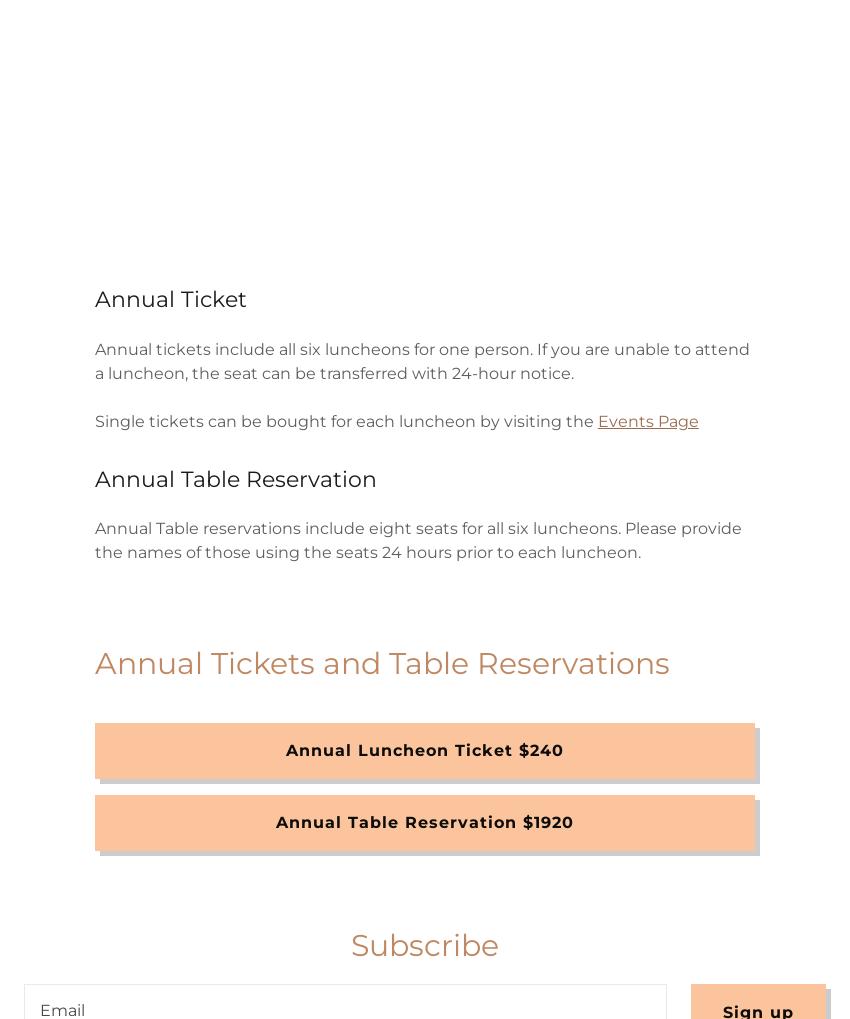 The height and width of the screenshot is (1019, 850). Describe the element at coordinates (424, 822) in the screenshot. I see `'Annual Table Reservation $1920'` at that location.